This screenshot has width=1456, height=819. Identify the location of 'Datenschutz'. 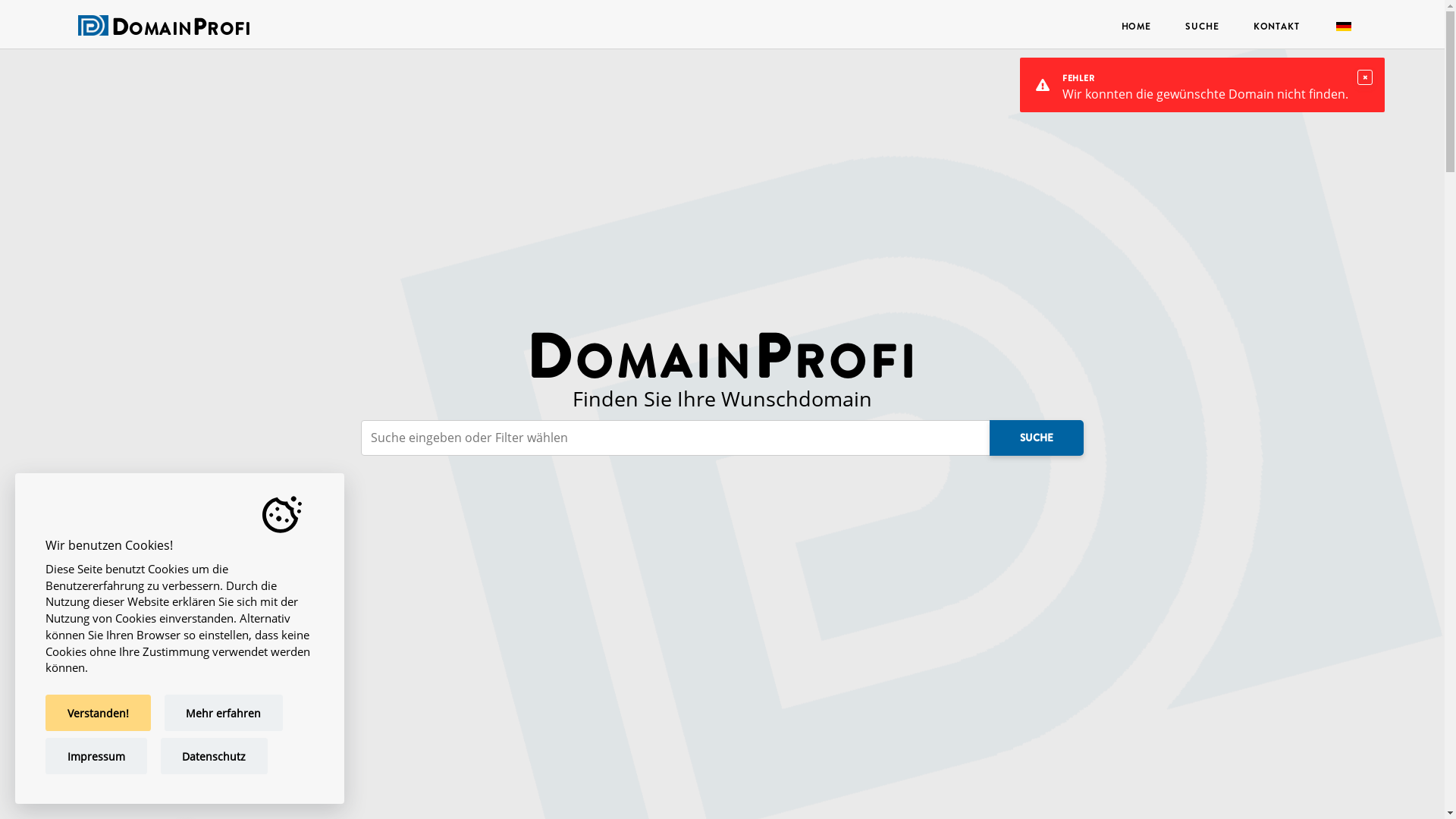
(214, 755).